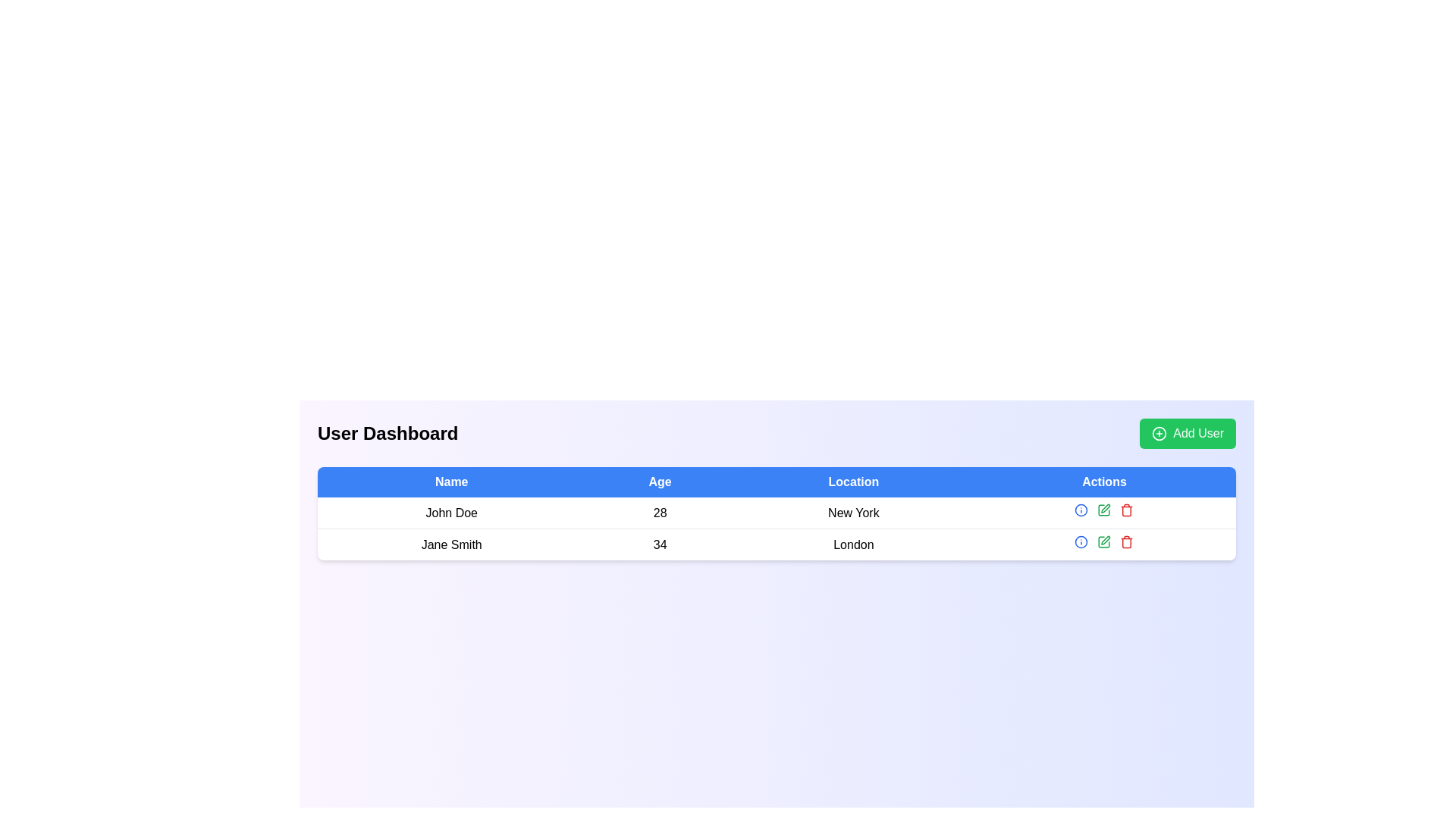 This screenshot has height=819, width=1456. Describe the element at coordinates (1127, 541) in the screenshot. I see `the red trash icon` at that location.